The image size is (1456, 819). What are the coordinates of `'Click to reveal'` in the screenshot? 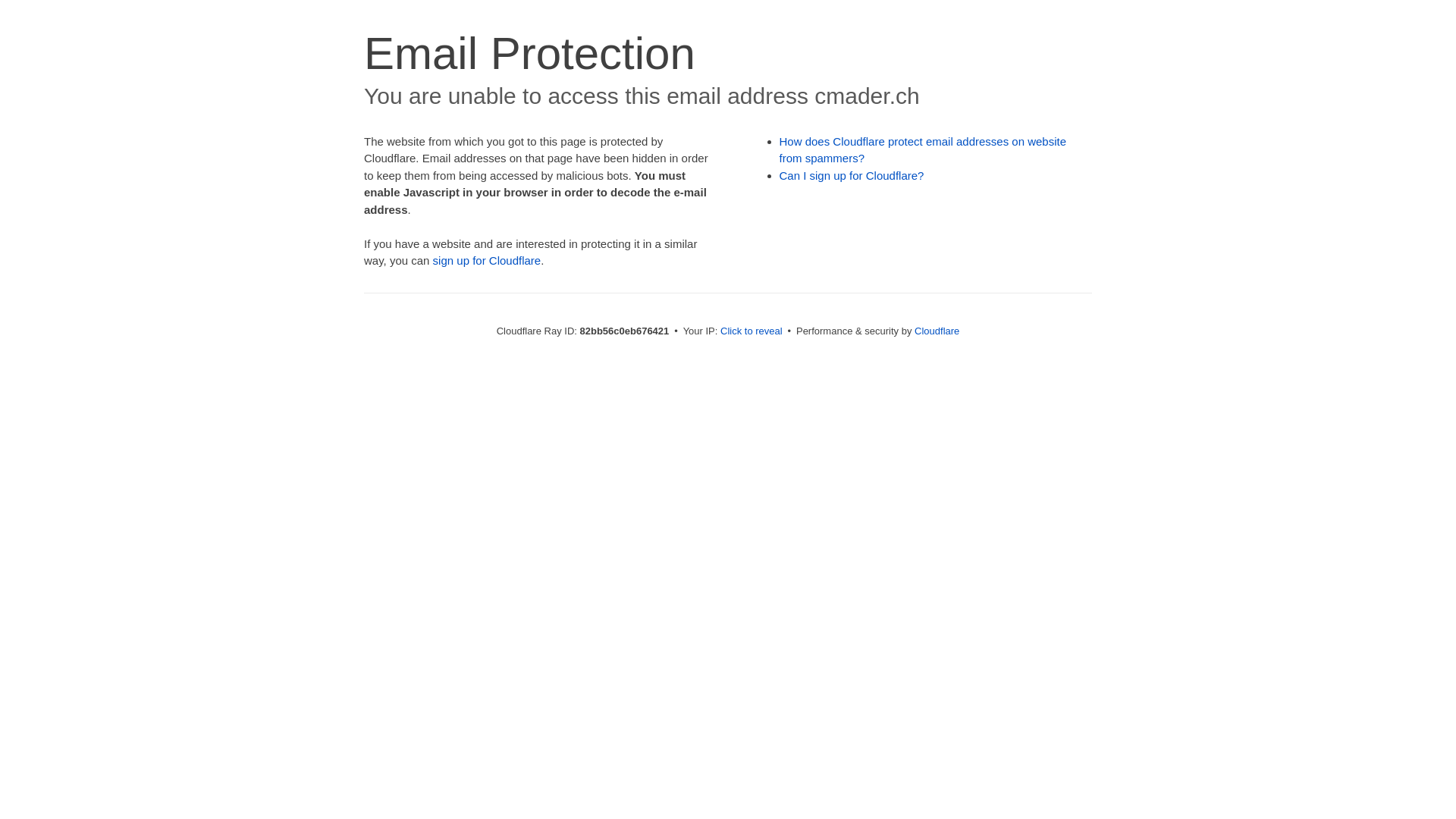 It's located at (751, 330).